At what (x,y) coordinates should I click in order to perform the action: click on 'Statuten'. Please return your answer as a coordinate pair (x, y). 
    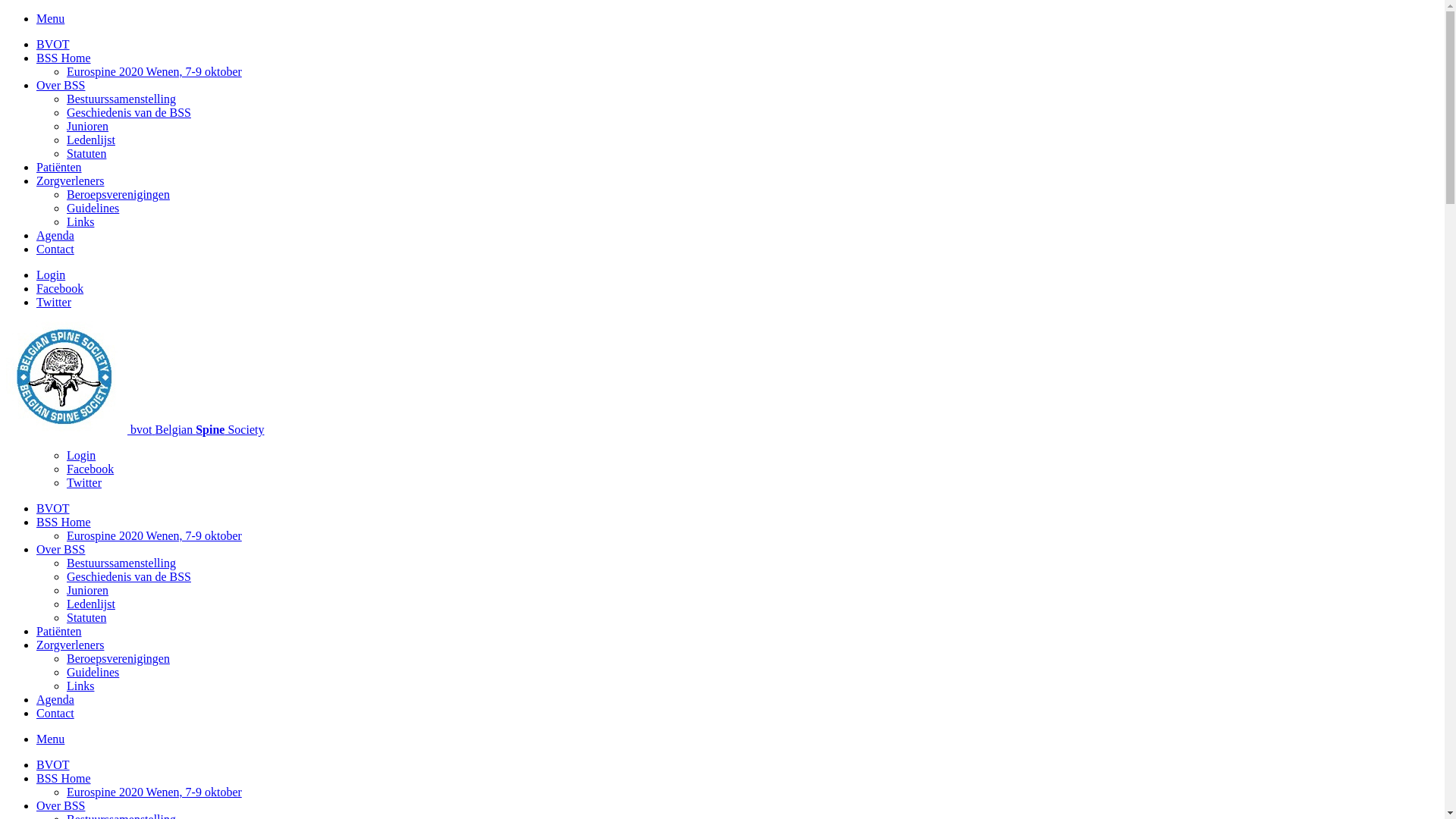
    Looking at the image, I should click on (65, 617).